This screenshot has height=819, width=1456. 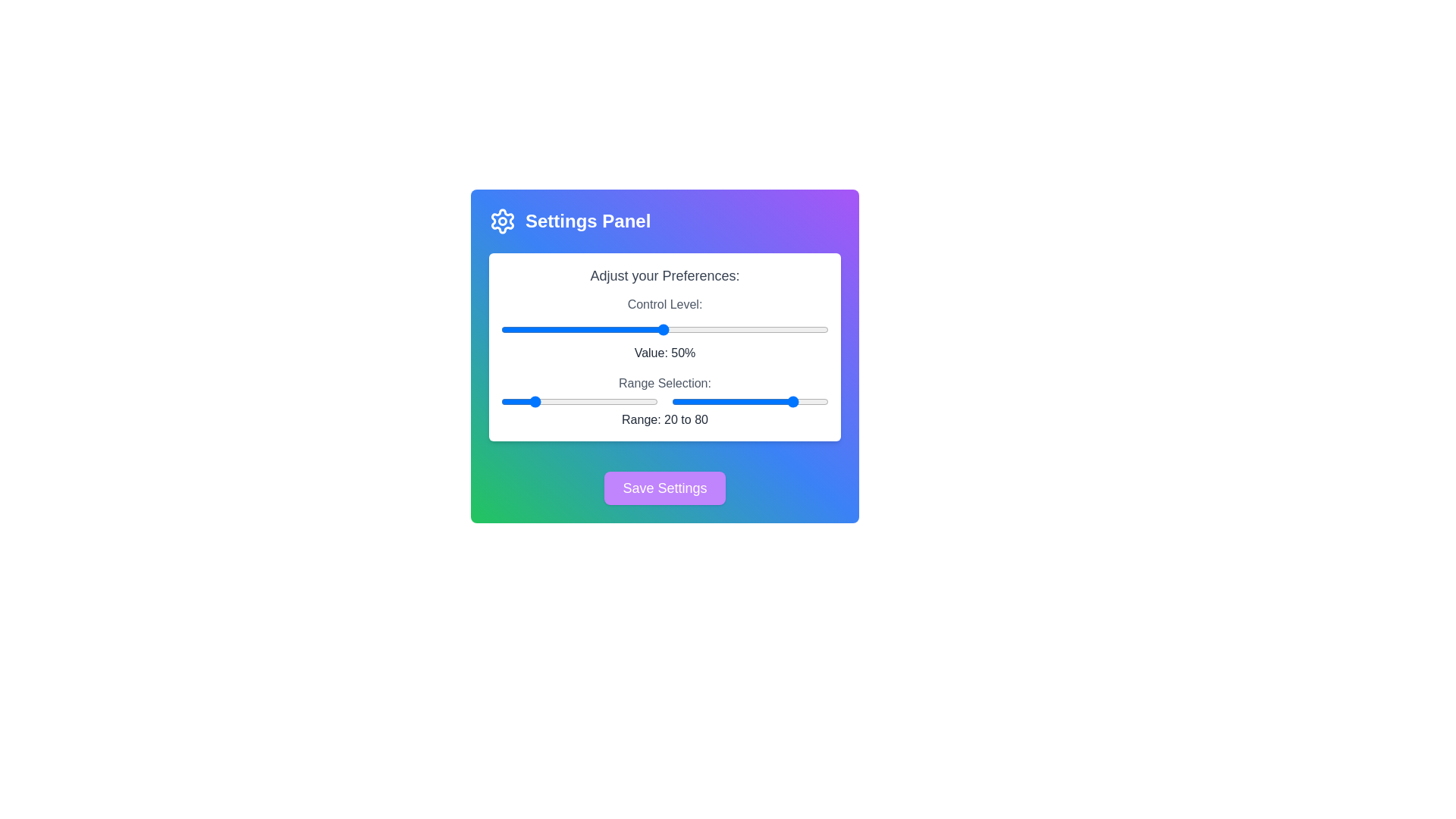 What do you see at coordinates (598, 400) in the screenshot?
I see `the slider` at bounding box center [598, 400].